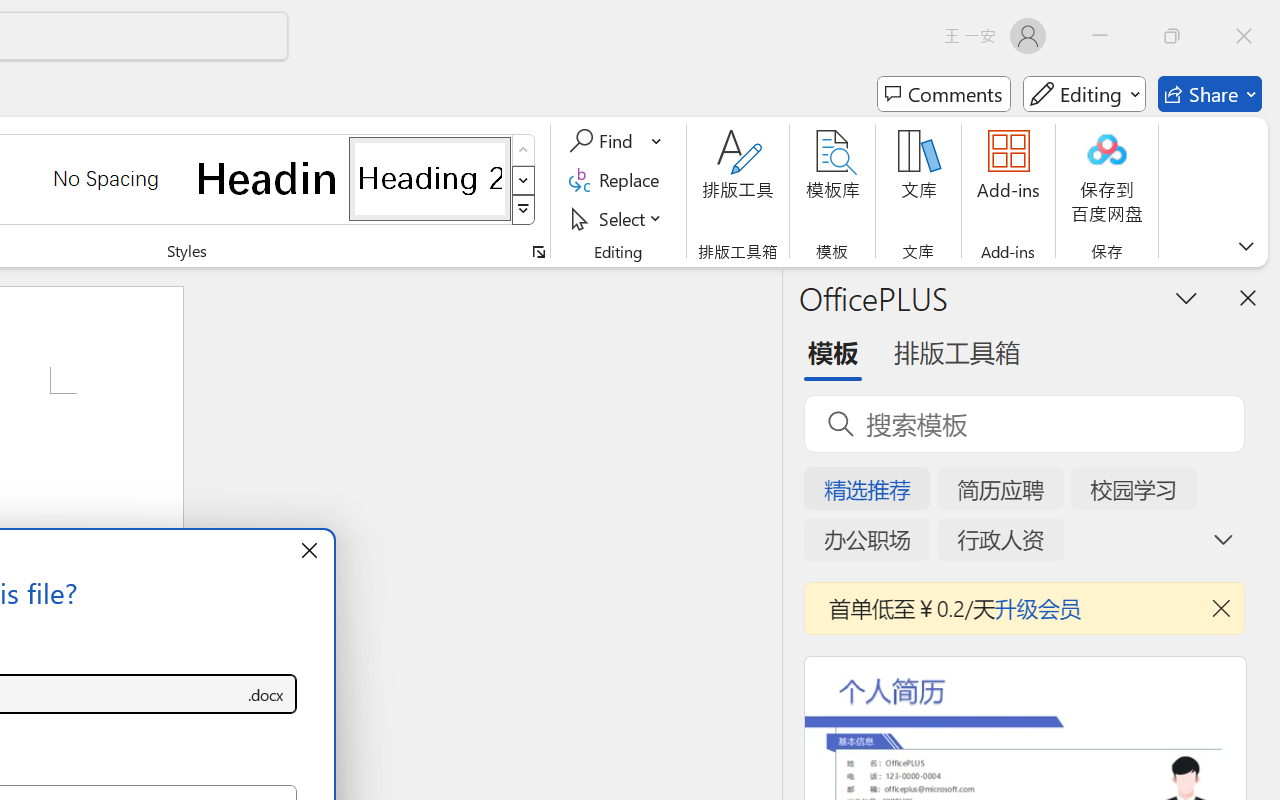  I want to click on 'Mode', so click(1083, 94).